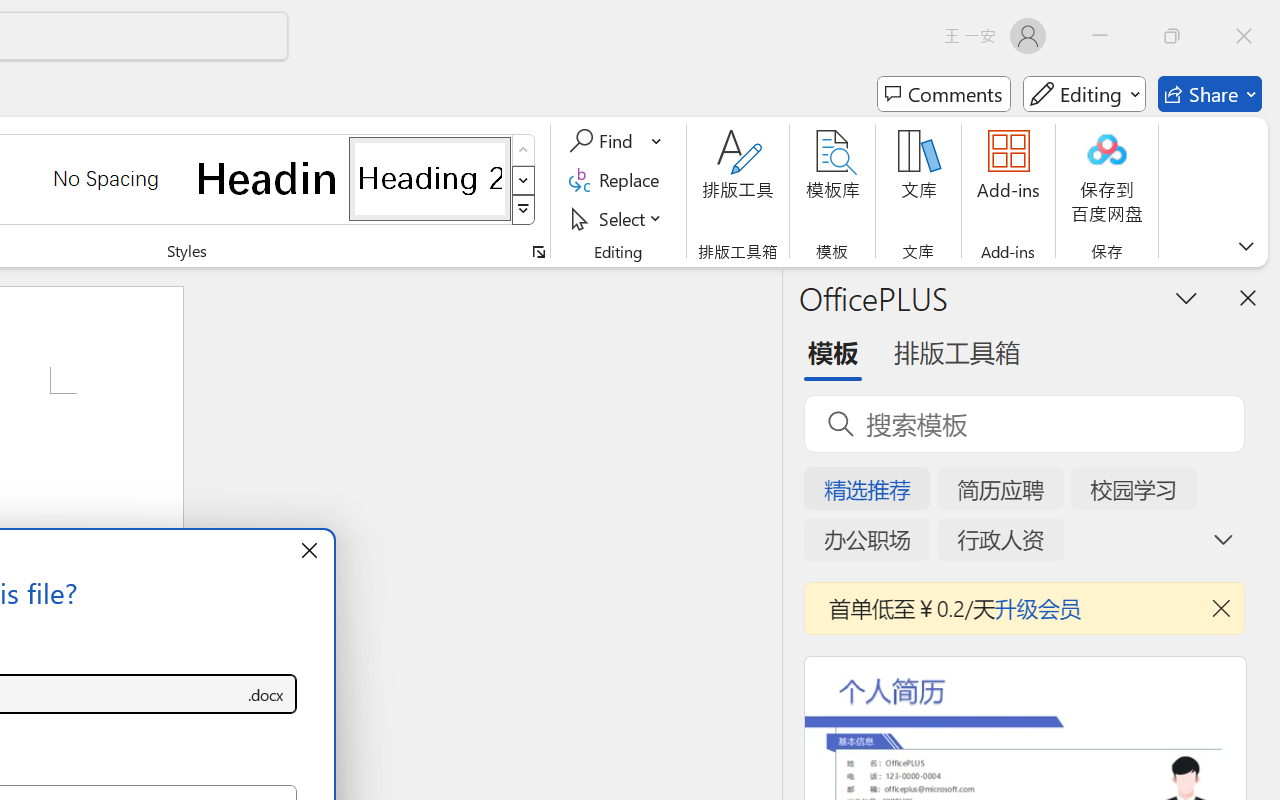  I want to click on 'Mode', so click(1083, 94).